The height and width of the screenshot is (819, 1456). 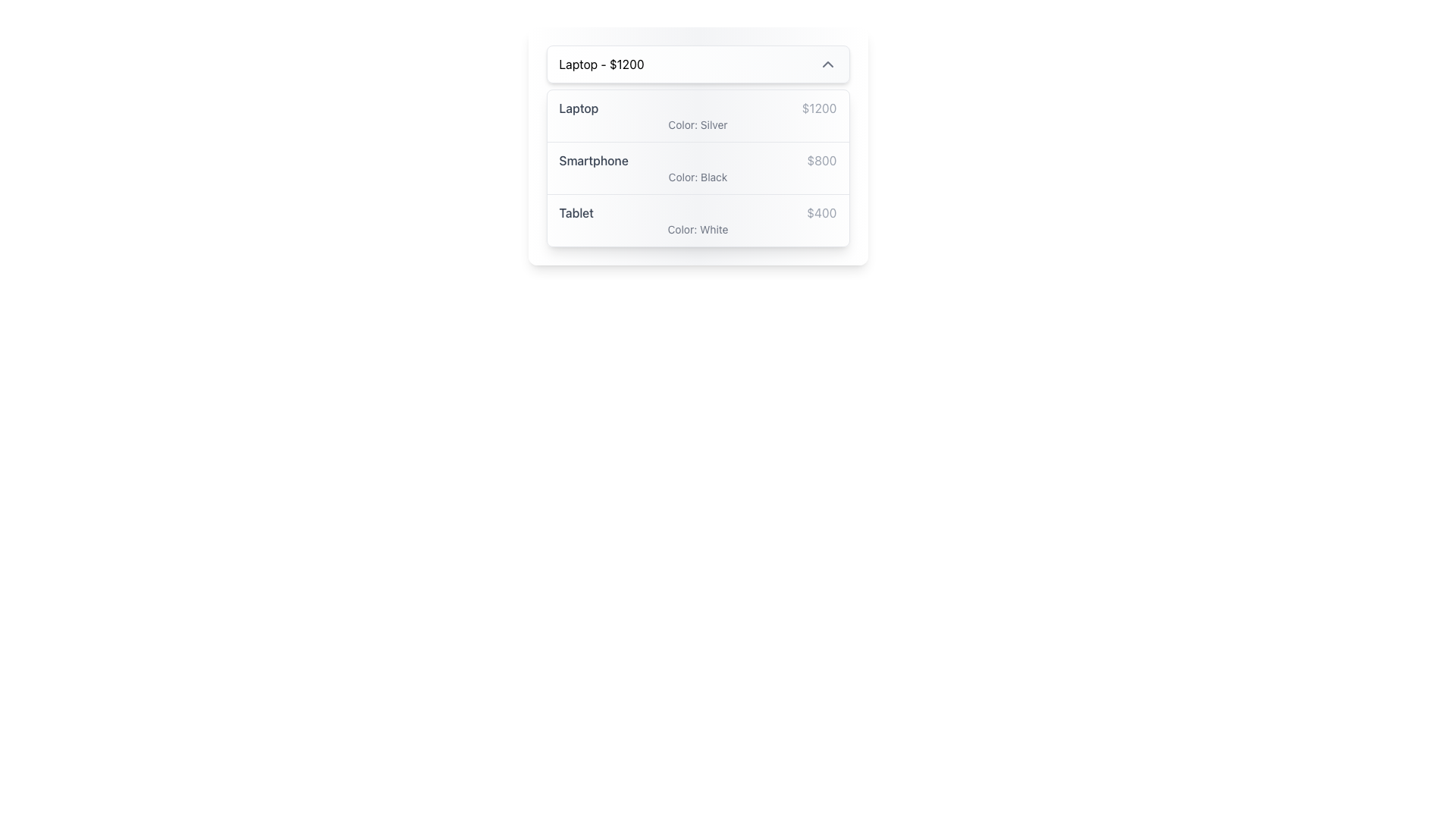 I want to click on the monetary value label associated with the 'Laptop' item, which is positioned to the far right of 'Laptop' in the first row of the list, so click(x=818, y=107).